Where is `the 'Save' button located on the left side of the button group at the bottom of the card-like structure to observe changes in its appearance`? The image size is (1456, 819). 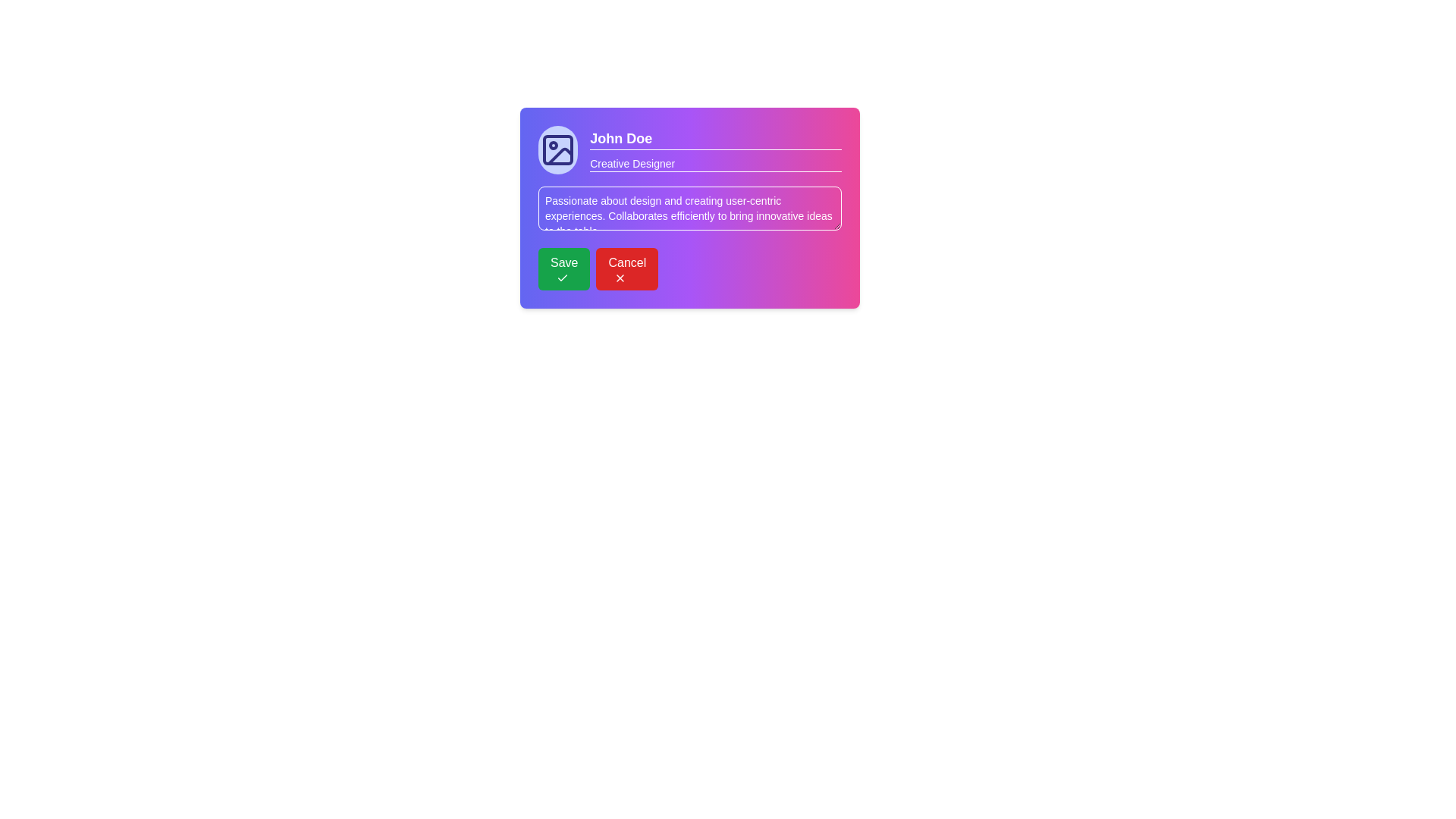 the 'Save' button located on the left side of the button group at the bottom of the card-like structure to observe changes in its appearance is located at coordinates (563, 268).